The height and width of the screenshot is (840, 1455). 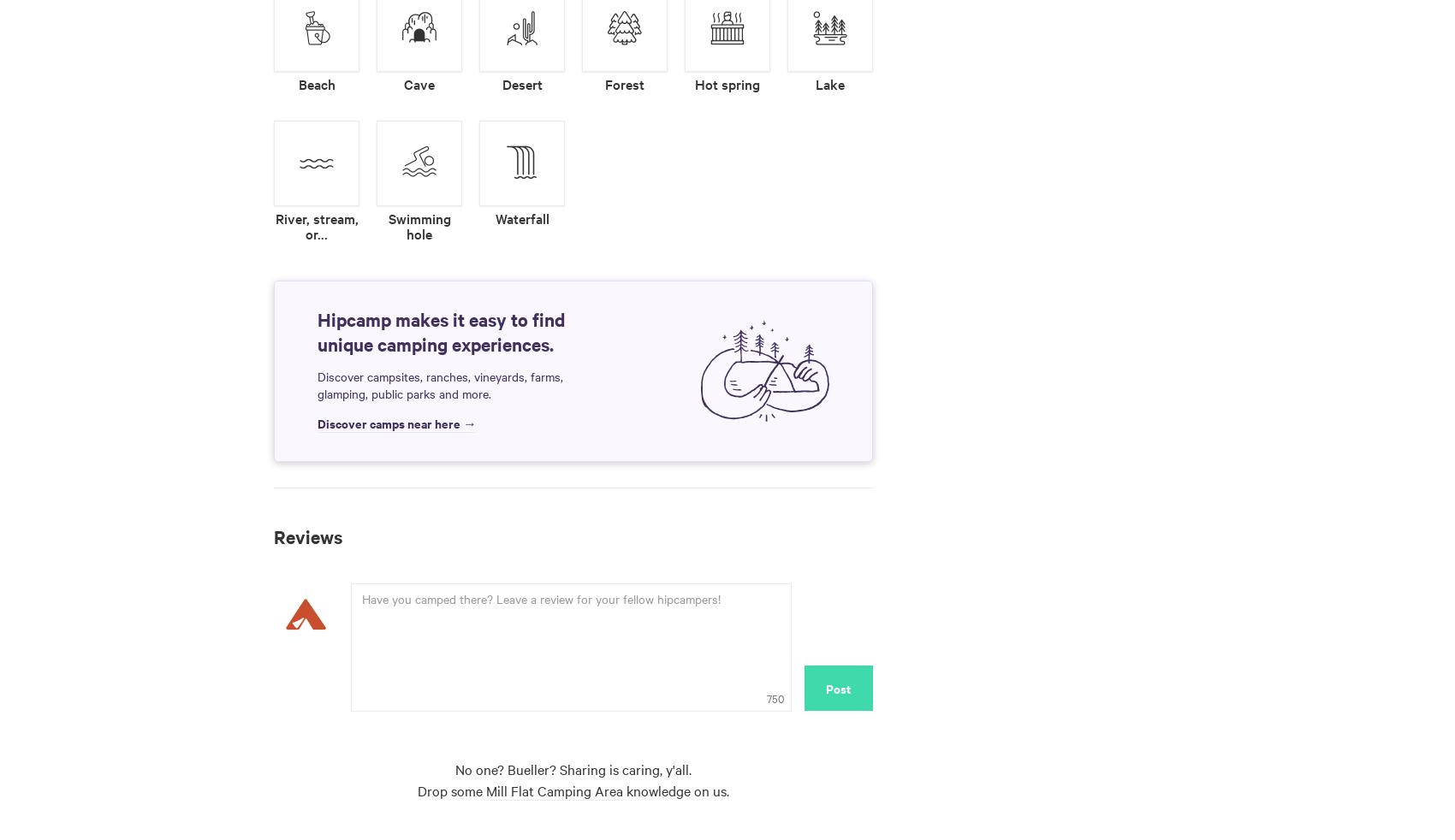 I want to click on 'Reviews', so click(x=307, y=535).